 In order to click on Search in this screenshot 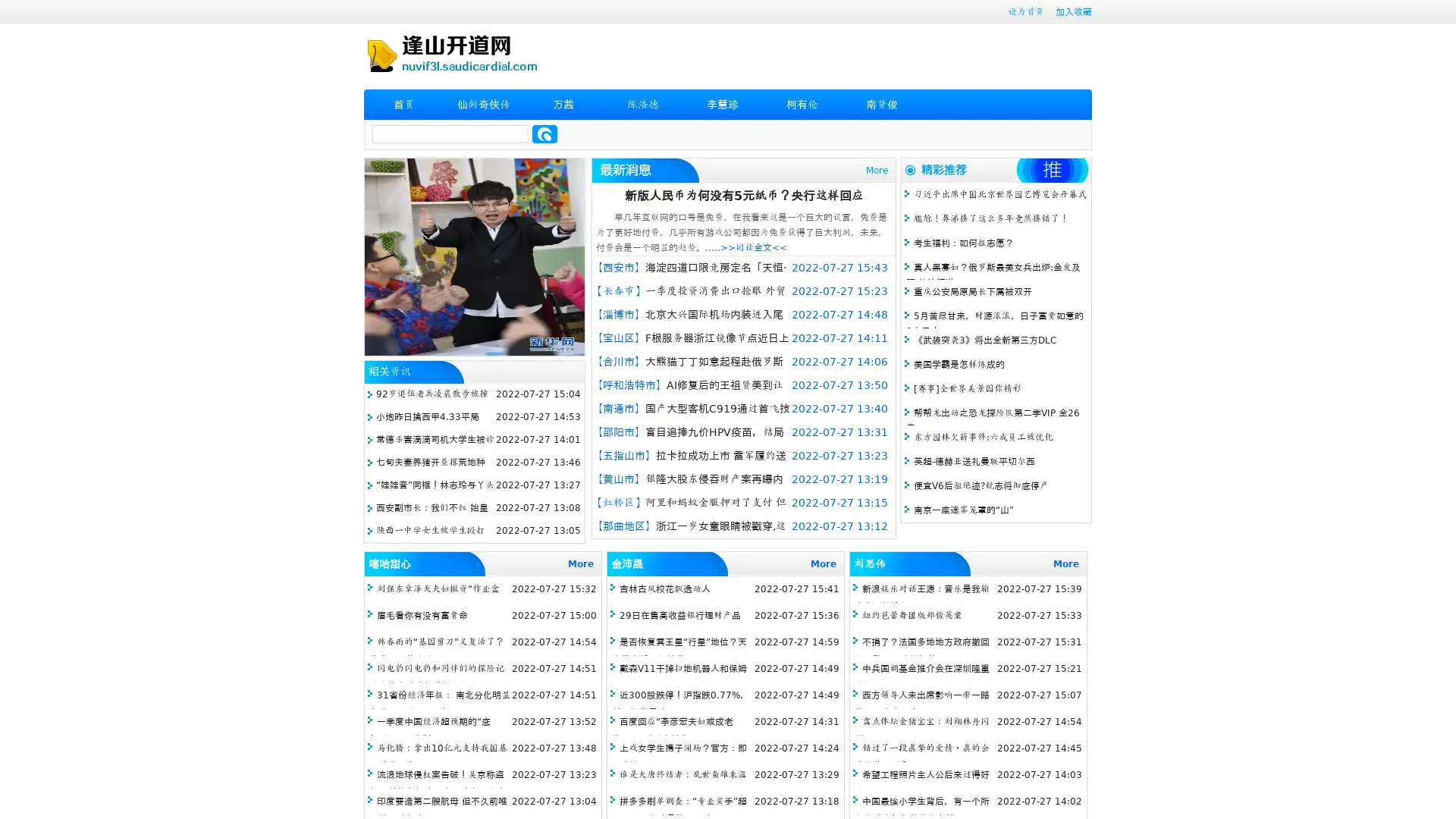, I will do `click(544, 133)`.